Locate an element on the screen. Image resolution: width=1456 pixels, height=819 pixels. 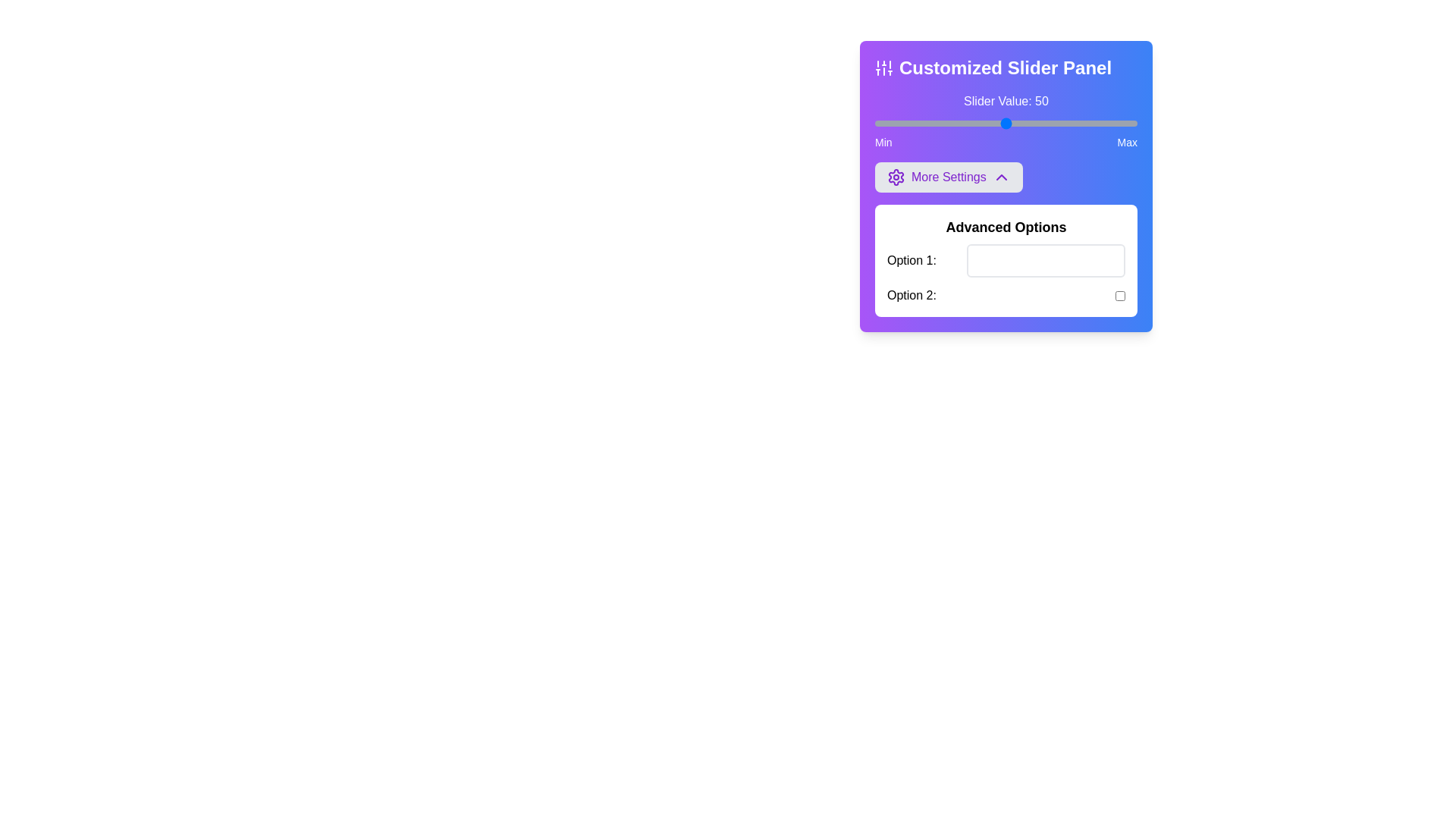
the slider is located at coordinates (1111, 122).